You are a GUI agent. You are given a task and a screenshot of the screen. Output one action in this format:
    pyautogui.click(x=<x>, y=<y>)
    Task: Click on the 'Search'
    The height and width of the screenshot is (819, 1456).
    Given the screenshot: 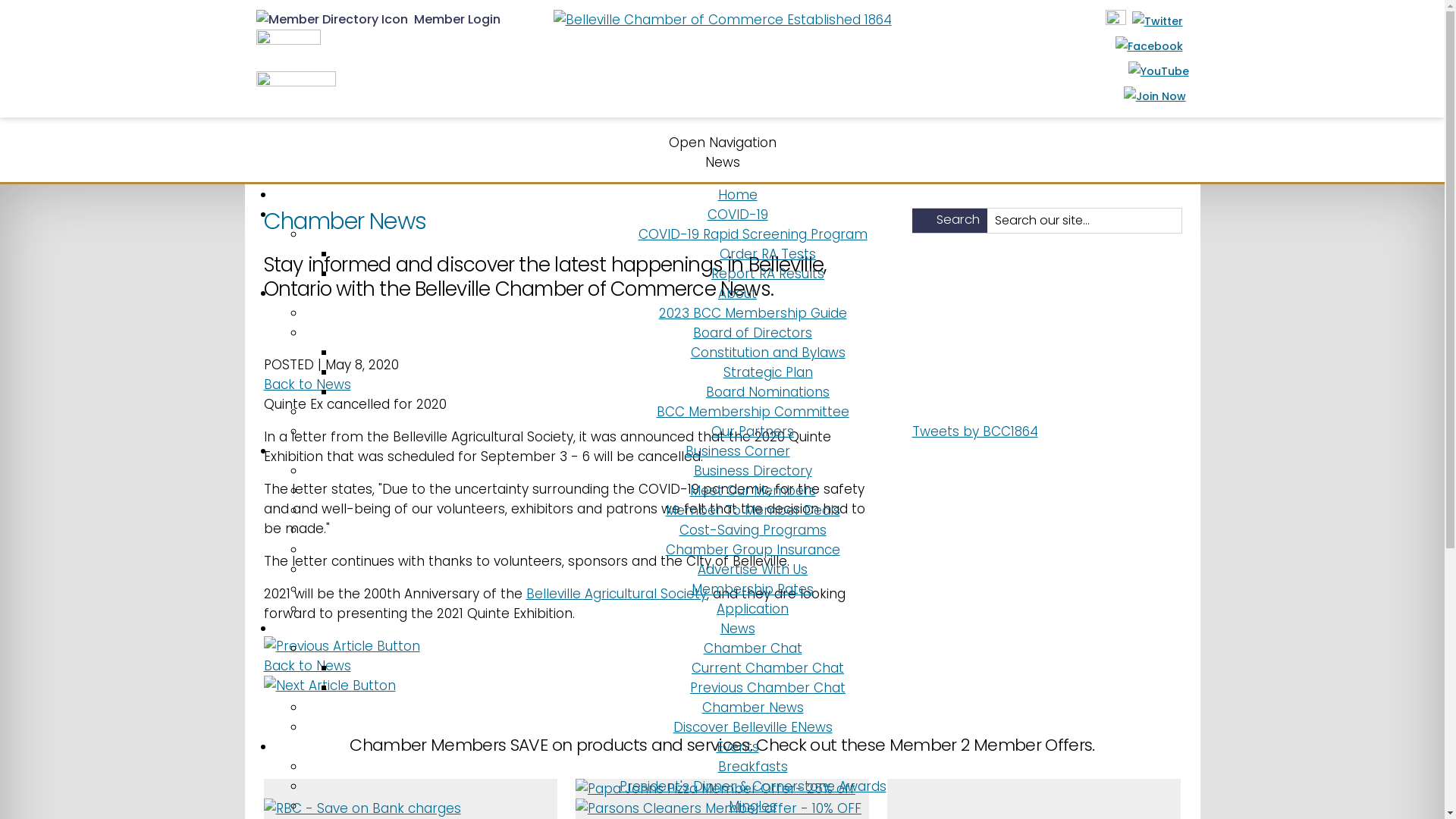 What is the action you would take?
    pyautogui.click(x=930, y=220)
    